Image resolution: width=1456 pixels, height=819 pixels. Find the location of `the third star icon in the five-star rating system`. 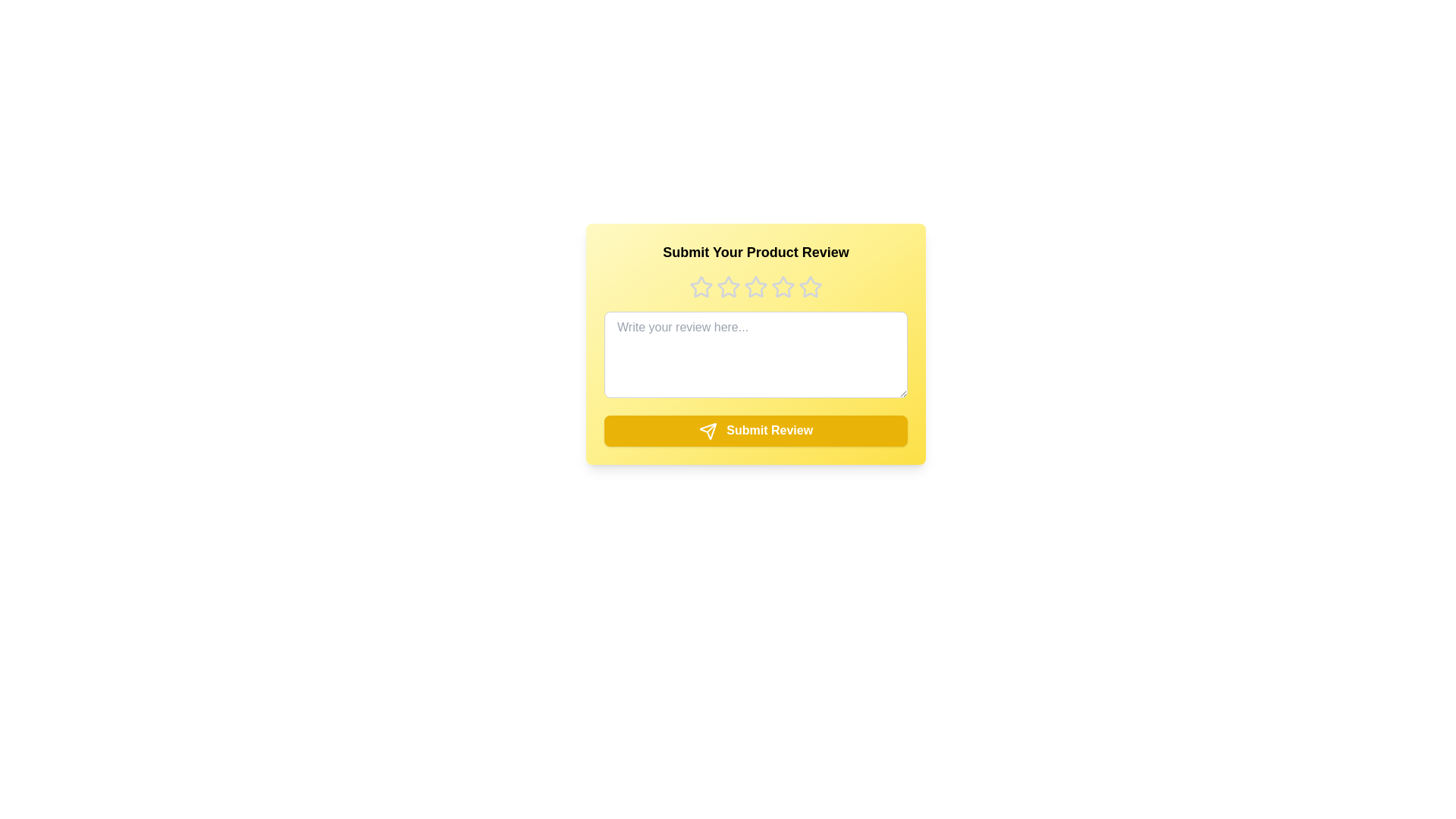

the third star icon in the five-star rating system is located at coordinates (756, 287).